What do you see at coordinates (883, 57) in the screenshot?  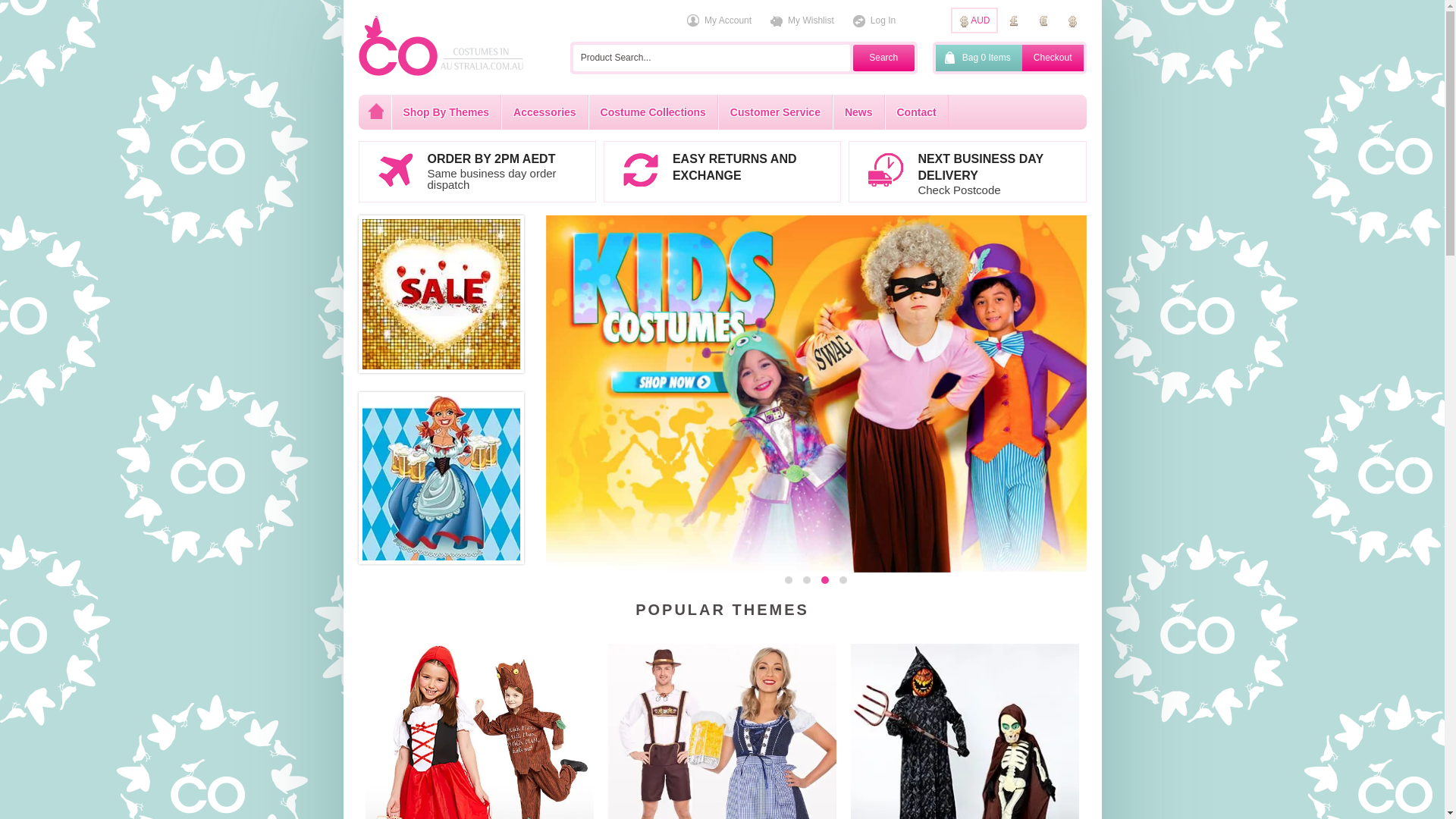 I see `'Search'` at bounding box center [883, 57].